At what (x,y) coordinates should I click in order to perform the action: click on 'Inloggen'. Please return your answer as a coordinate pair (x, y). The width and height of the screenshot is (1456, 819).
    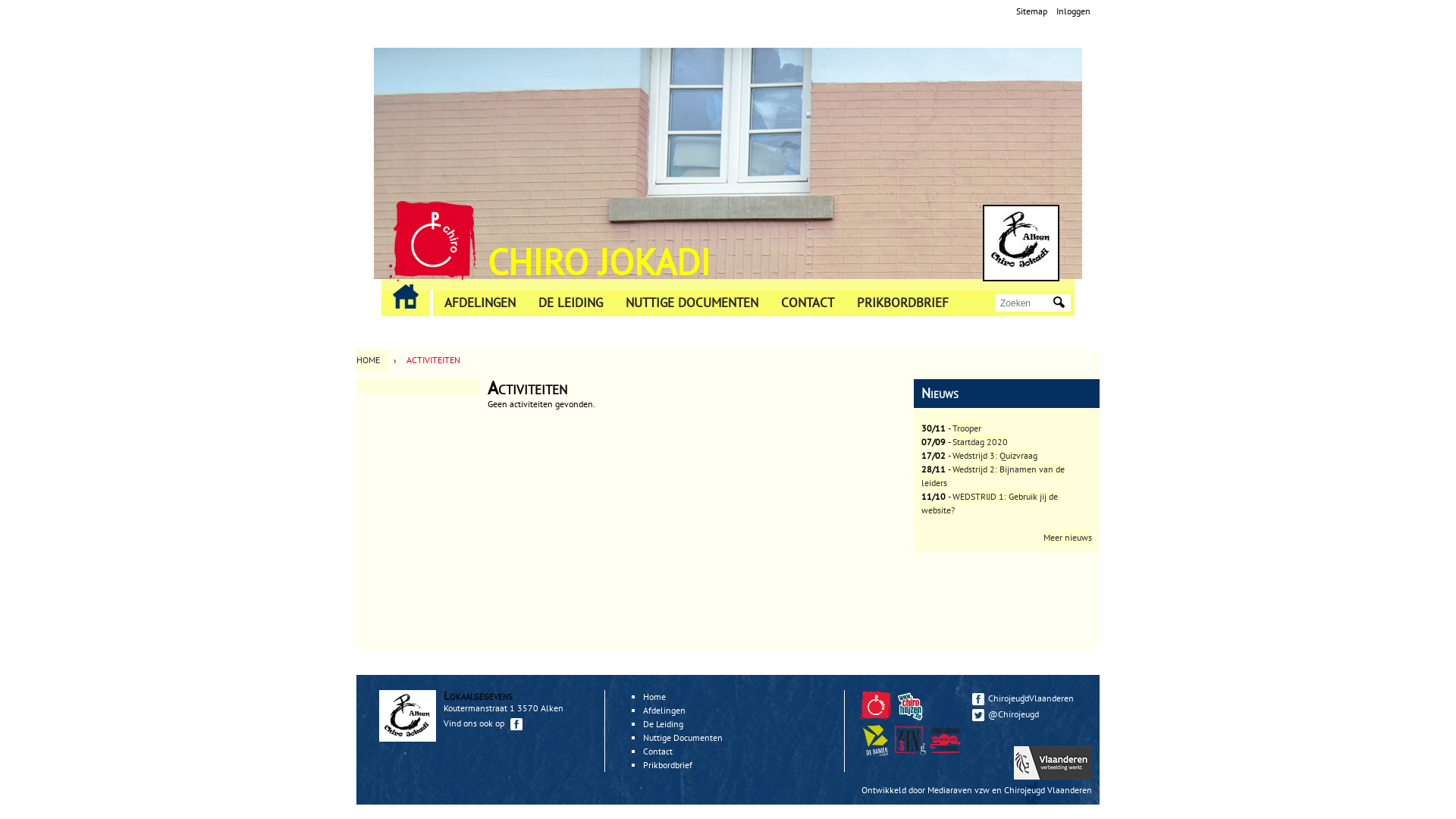
    Looking at the image, I should click on (1072, 11).